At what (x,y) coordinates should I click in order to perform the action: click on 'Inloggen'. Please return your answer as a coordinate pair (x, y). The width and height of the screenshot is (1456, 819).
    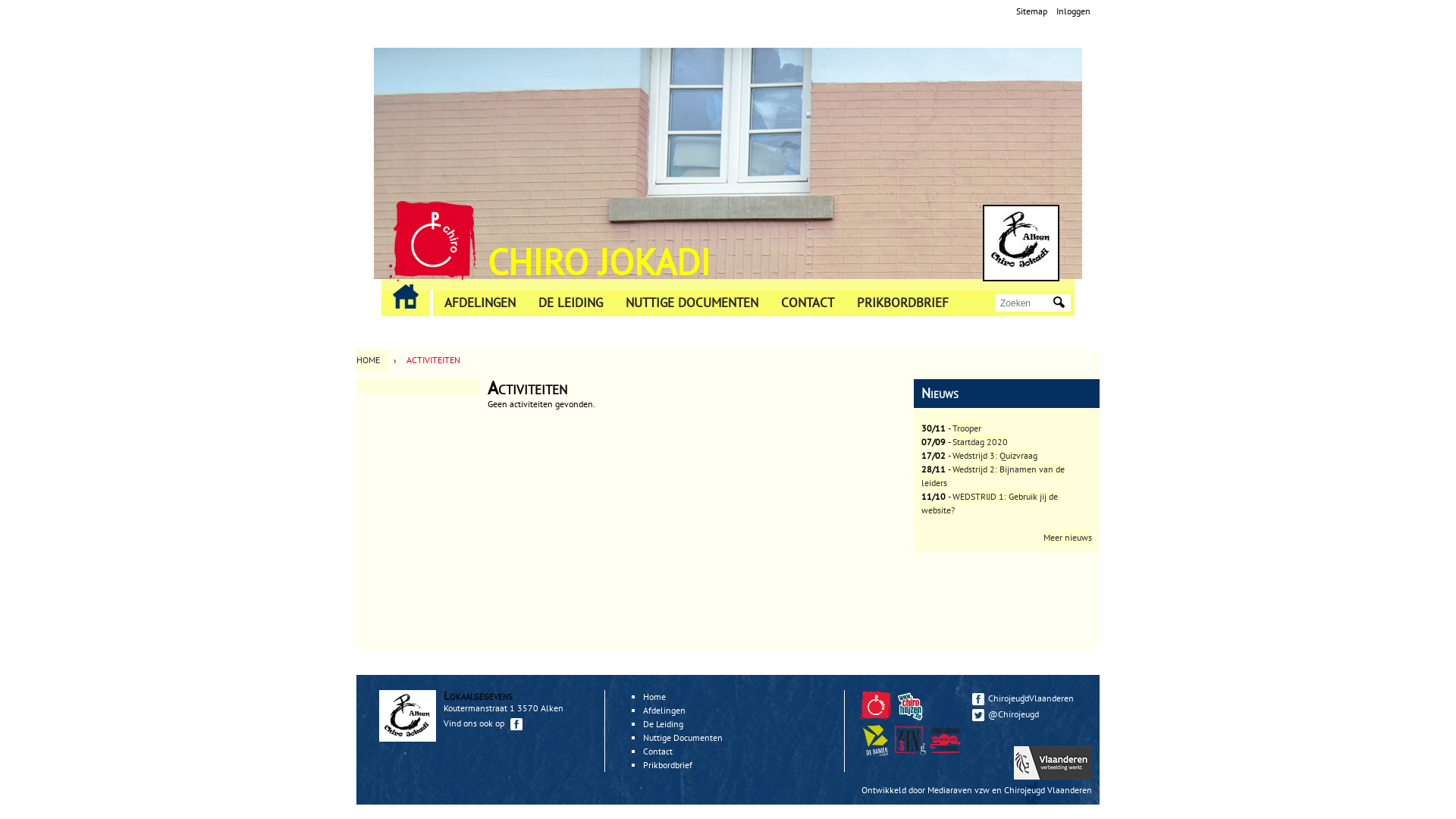
    Looking at the image, I should click on (1072, 11).